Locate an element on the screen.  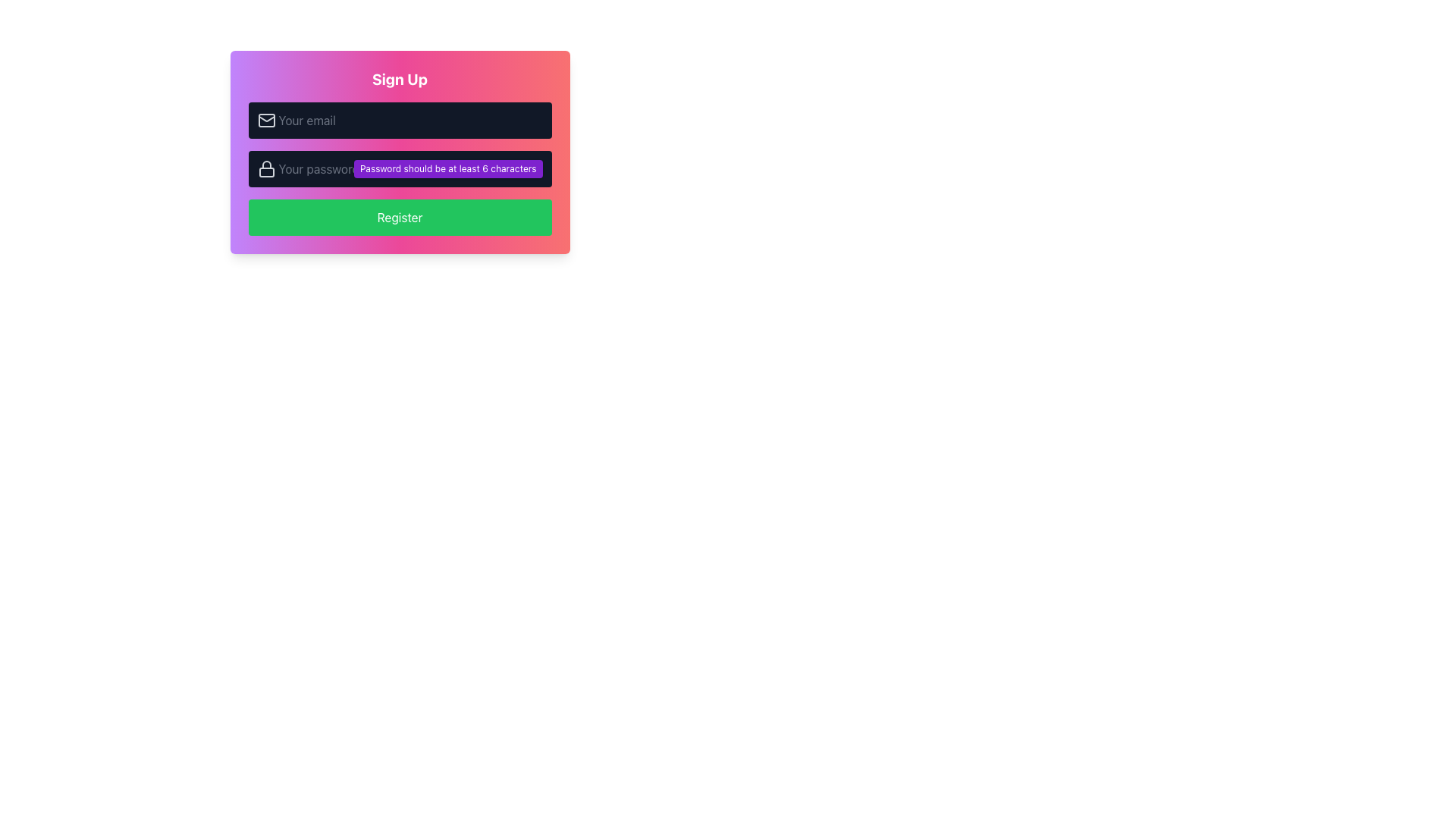
the lower rectangle of the padlock icon representing the body of the lock in the 'Your password' input field of the sign-up form is located at coordinates (266, 171).